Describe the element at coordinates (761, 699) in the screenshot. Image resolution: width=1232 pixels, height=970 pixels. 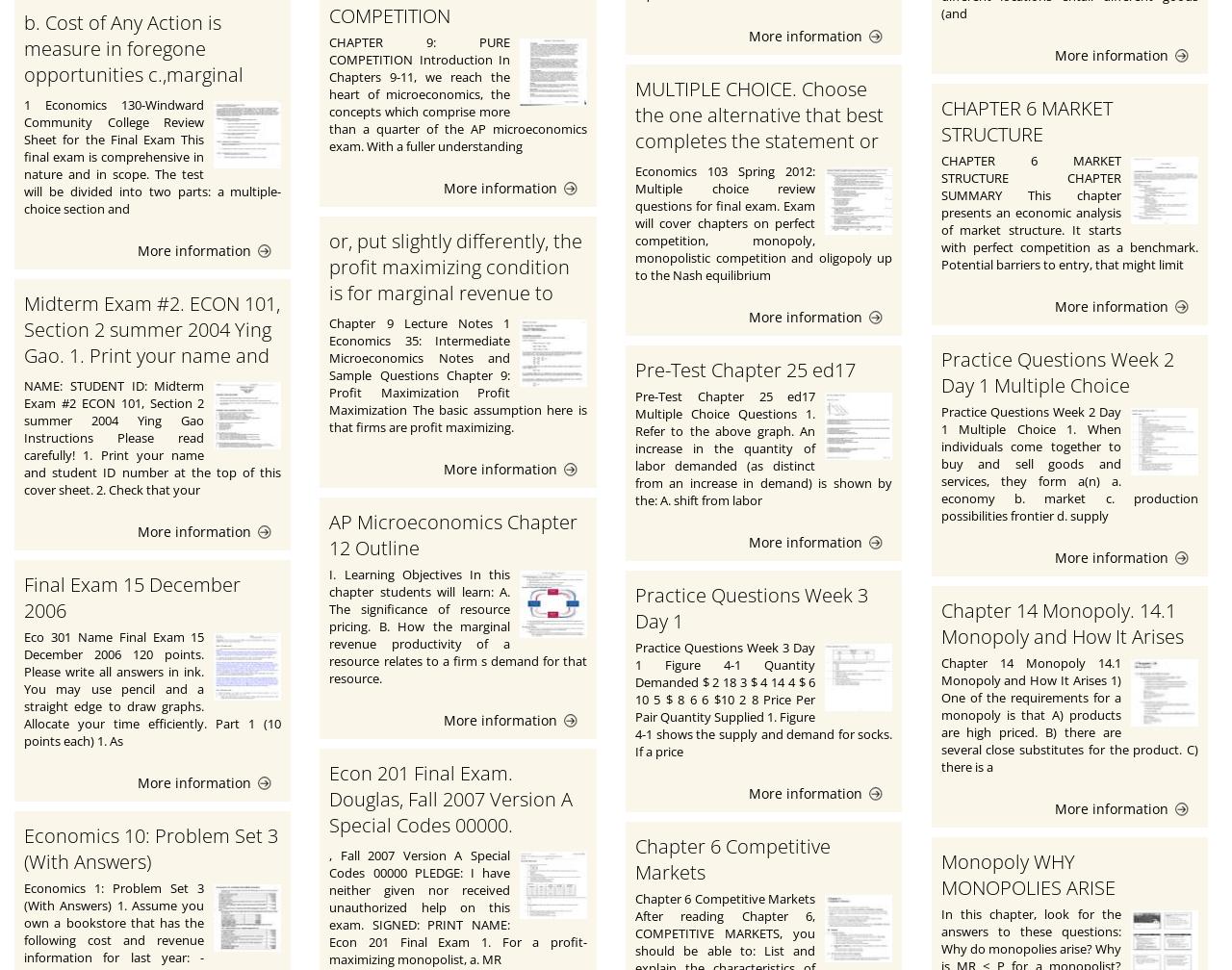
I see `'Practice Questions Week 3 Day 1 Figure 4-1 Quantity Demanded $ 2 18 3 $ 4 14 4 $ 6 10 5 $ 8 6 6 $10 2 8 Price Per Pair Quantity Supplied 1. Figure 4-1 shows the supply and demand for socks. If a price'` at that location.